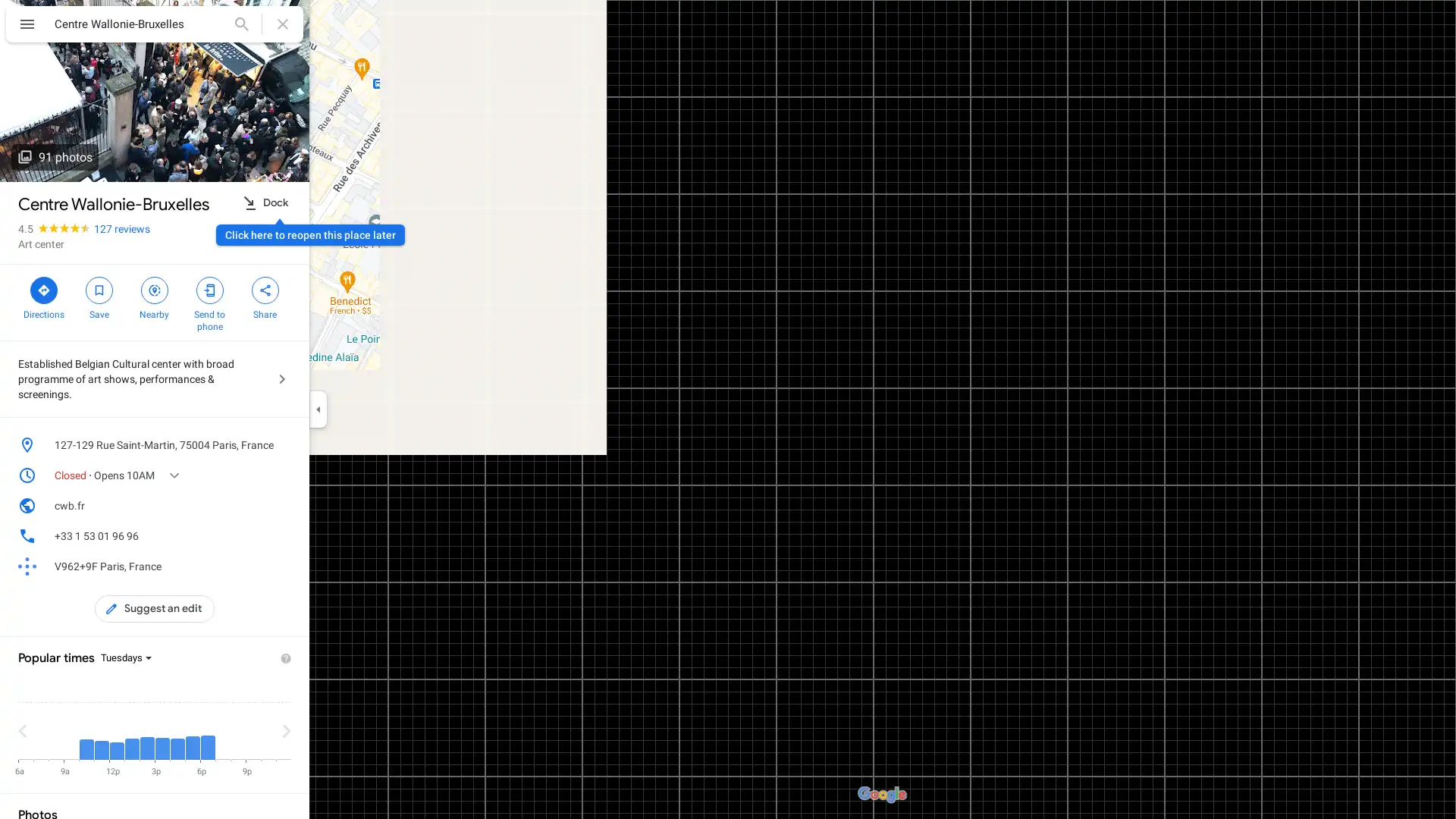  What do you see at coordinates (283, 24) in the screenshot?
I see `Clear search` at bounding box center [283, 24].